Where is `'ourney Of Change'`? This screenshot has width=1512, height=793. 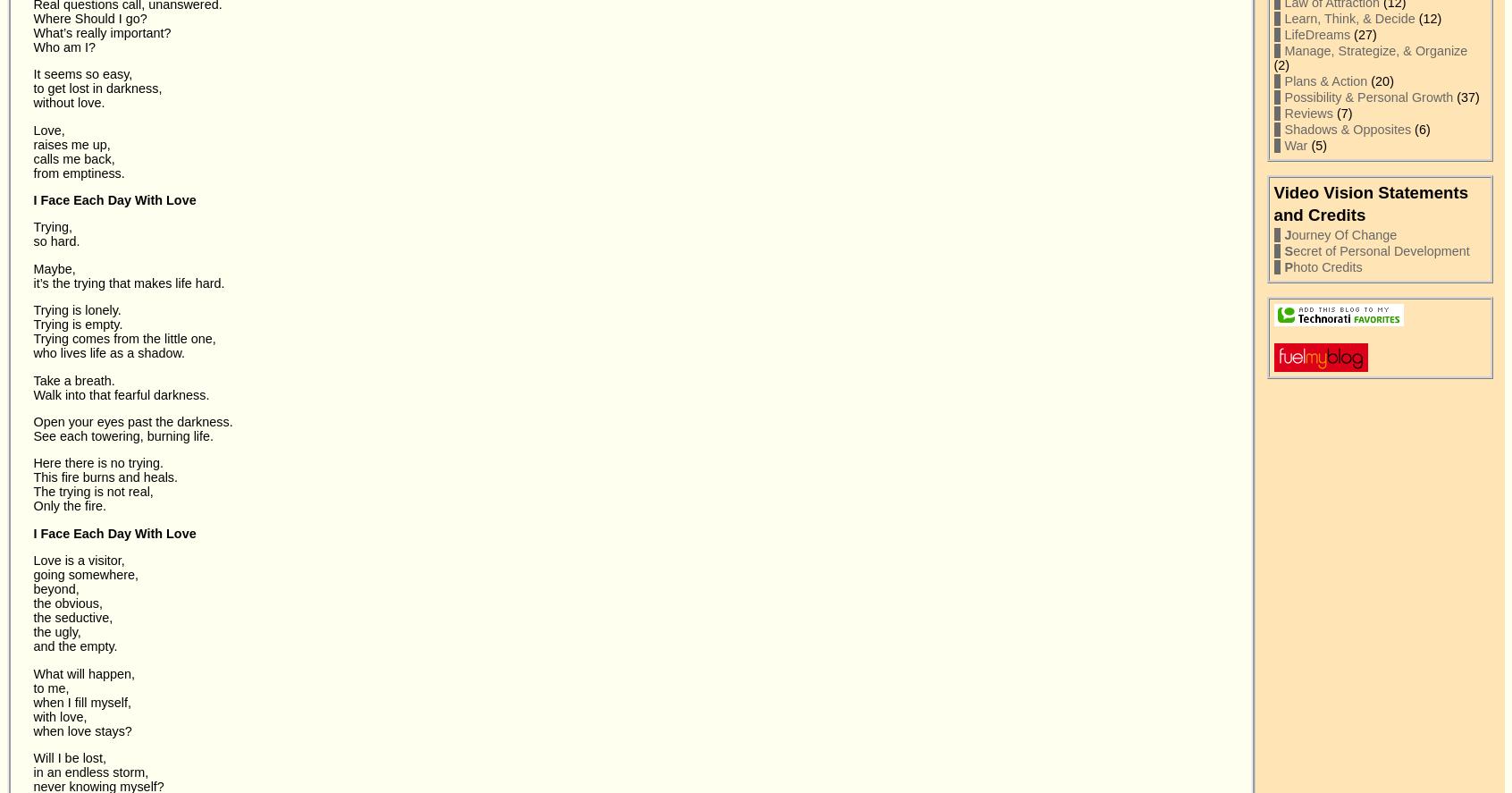 'ourney Of Change' is located at coordinates (1344, 233).